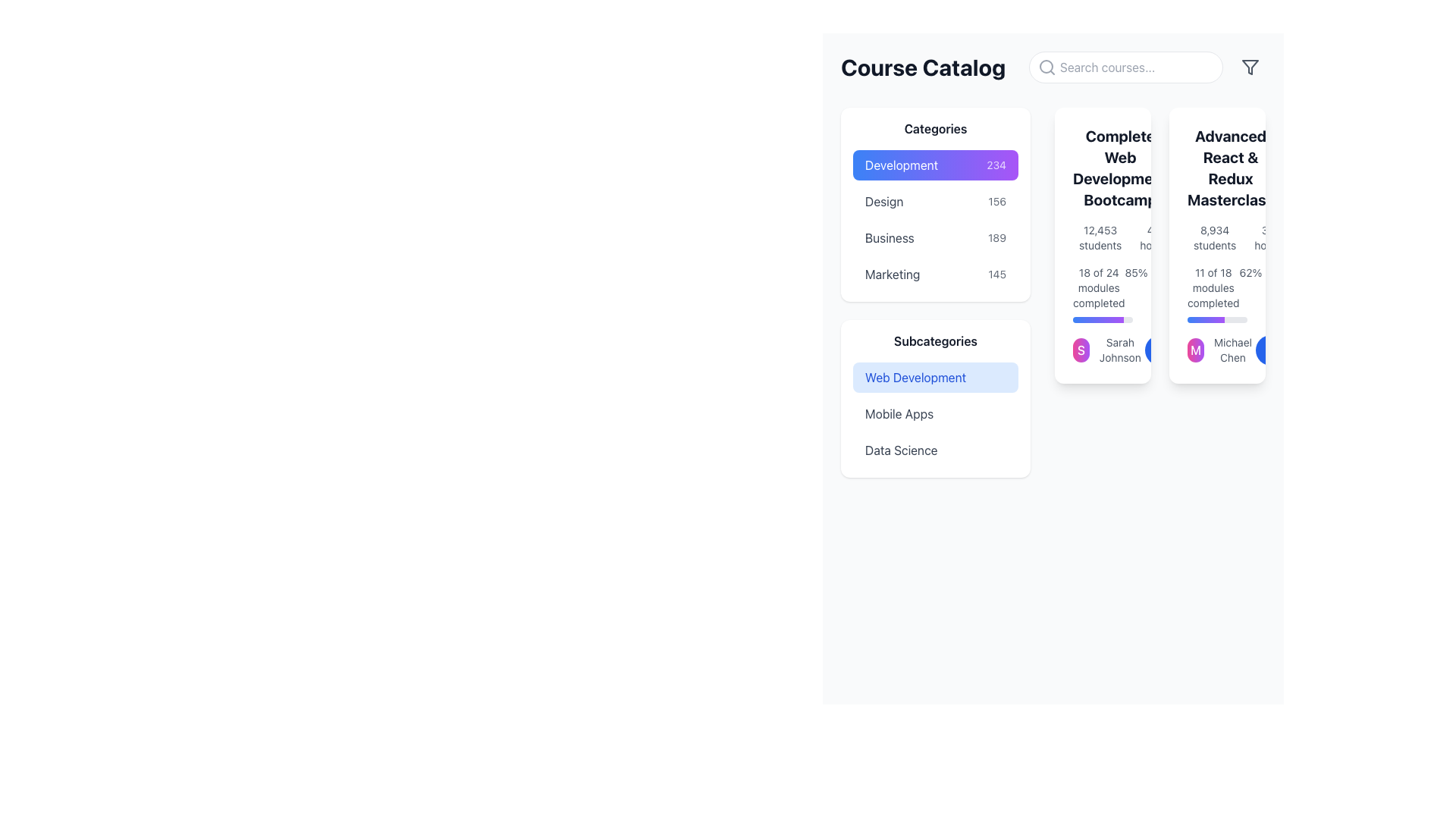 The image size is (1456, 819). Describe the element at coordinates (1250, 66) in the screenshot. I see `the filtering button located at the top-right corner of the interface, beside the search bar` at that location.